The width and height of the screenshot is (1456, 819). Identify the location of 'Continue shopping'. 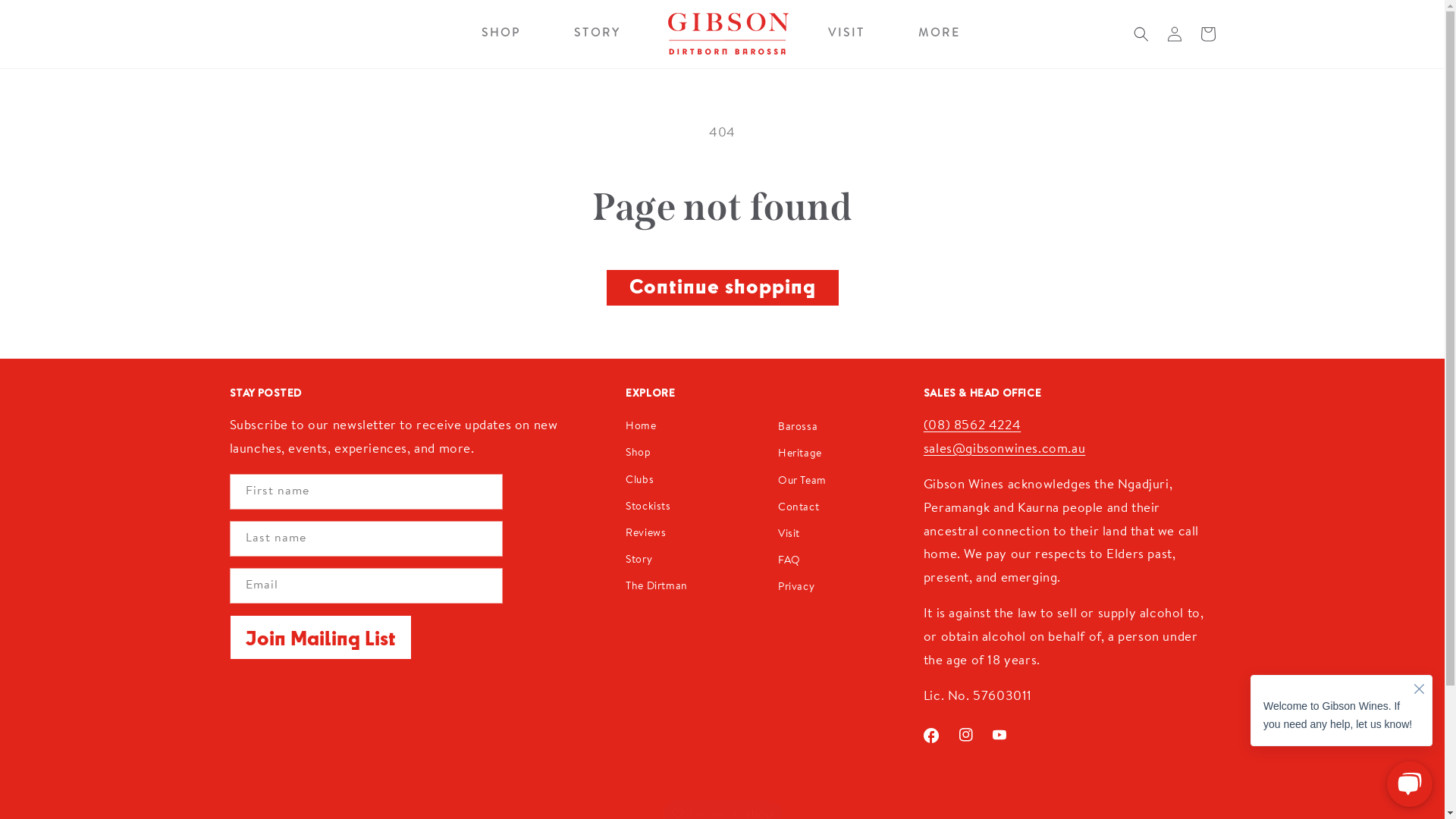
(722, 287).